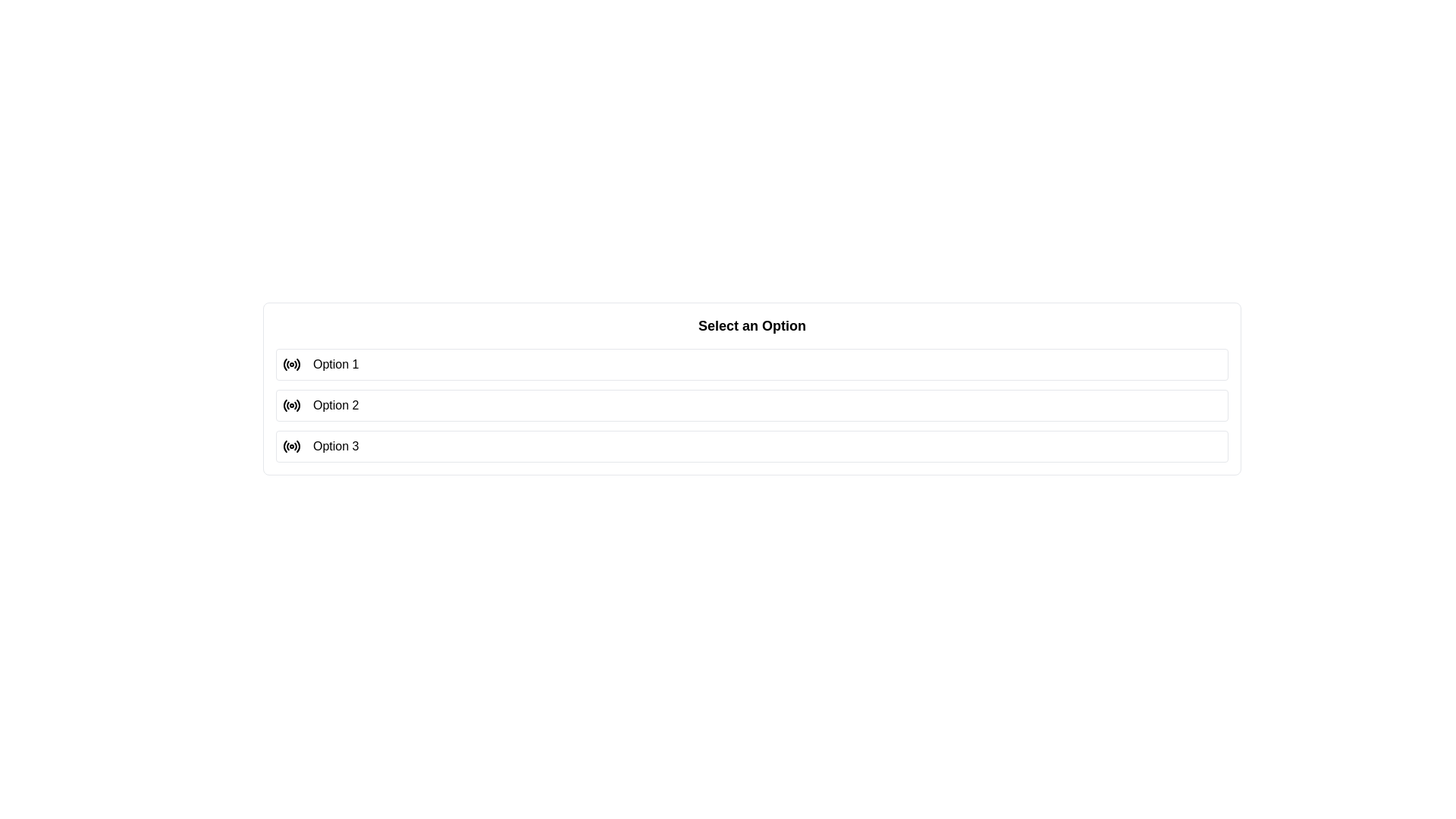  I want to click on the selectable option labeled 'Option 3' with a radio button indicator, so click(752, 446).